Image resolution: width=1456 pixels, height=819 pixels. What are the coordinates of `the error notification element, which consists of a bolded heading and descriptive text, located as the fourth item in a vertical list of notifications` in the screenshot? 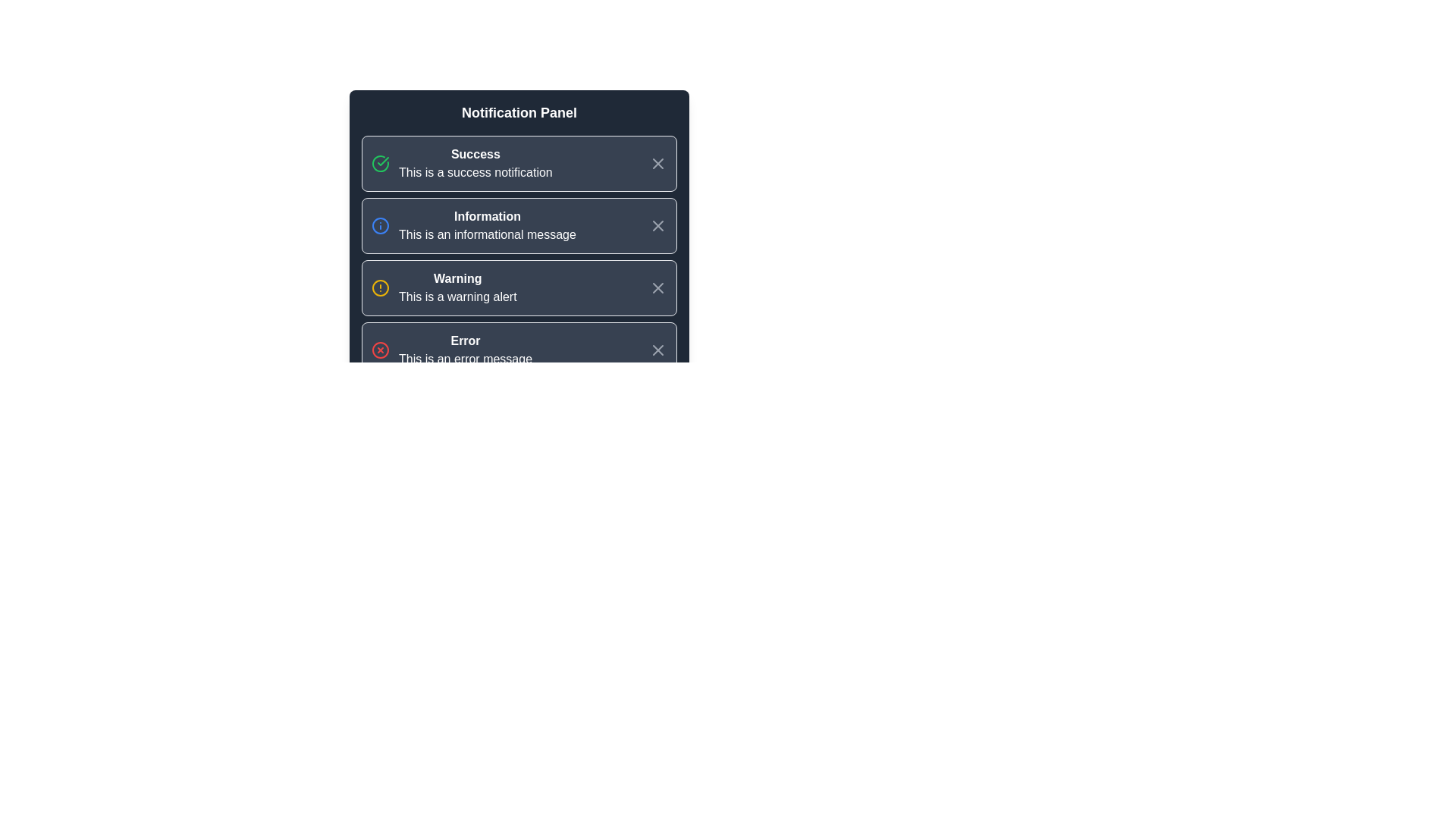 It's located at (465, 350).